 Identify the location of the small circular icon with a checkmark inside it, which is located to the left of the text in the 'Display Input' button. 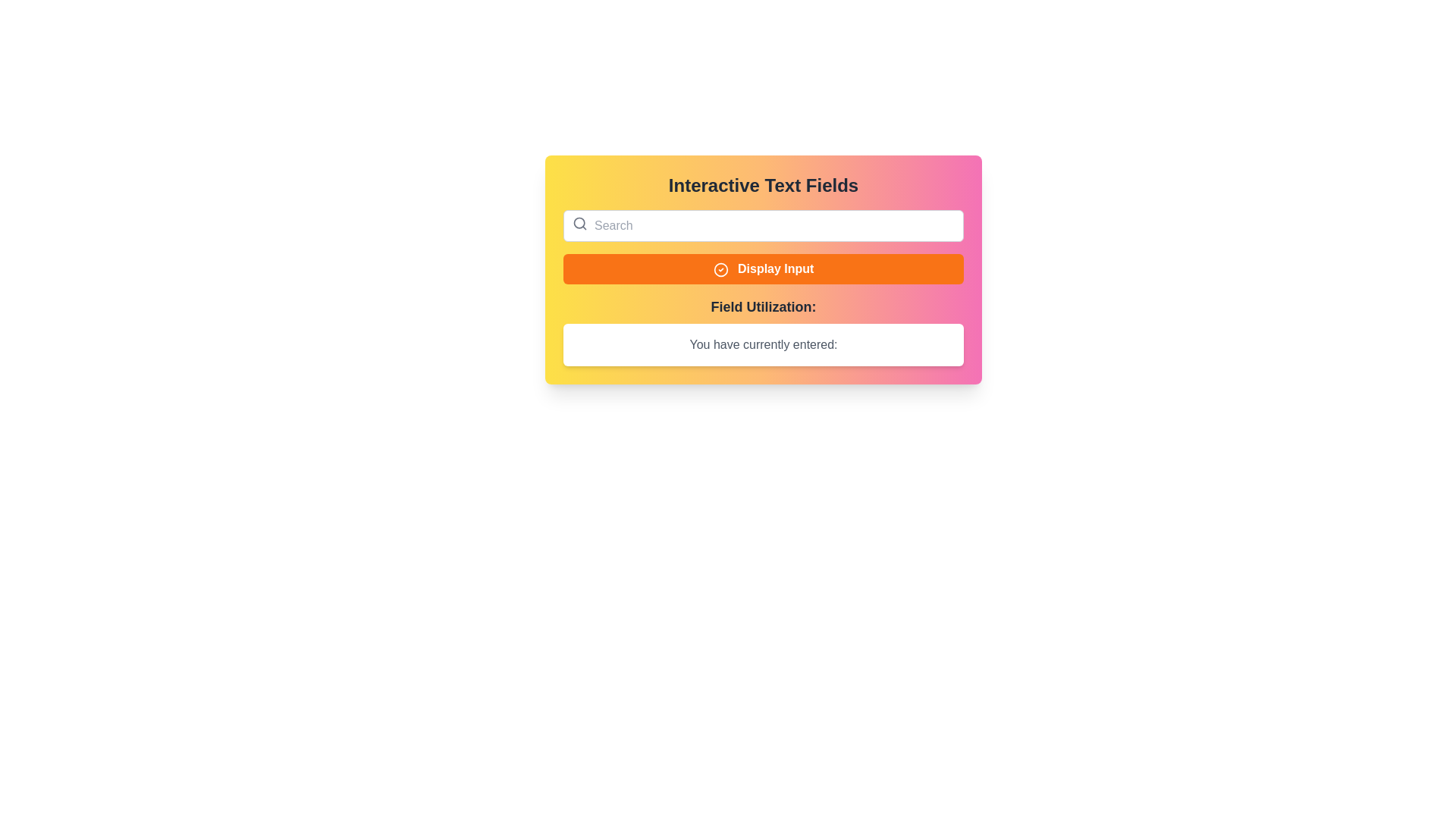
(720, 268).